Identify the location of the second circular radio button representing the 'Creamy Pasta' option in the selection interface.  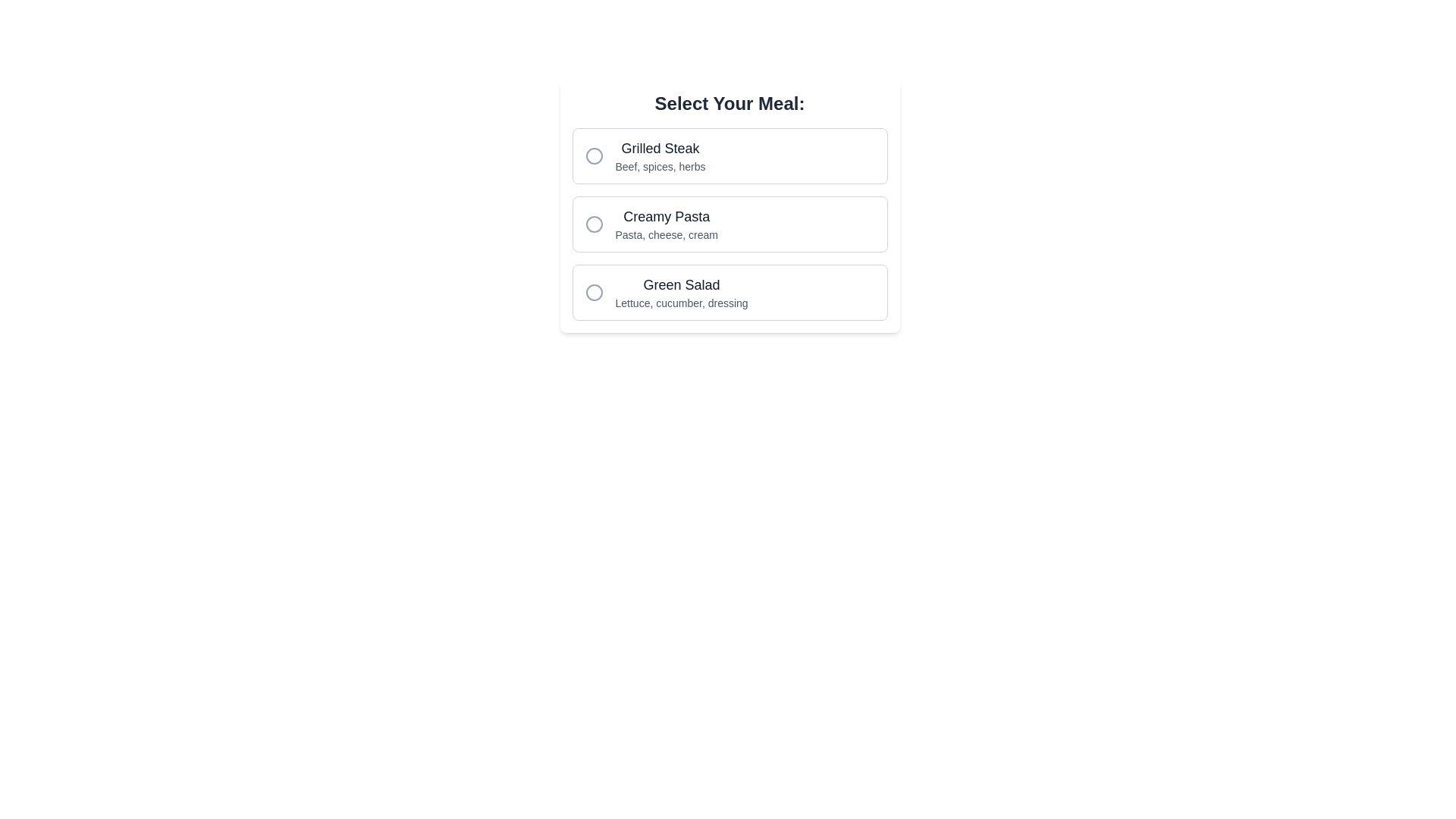
(593, 224).